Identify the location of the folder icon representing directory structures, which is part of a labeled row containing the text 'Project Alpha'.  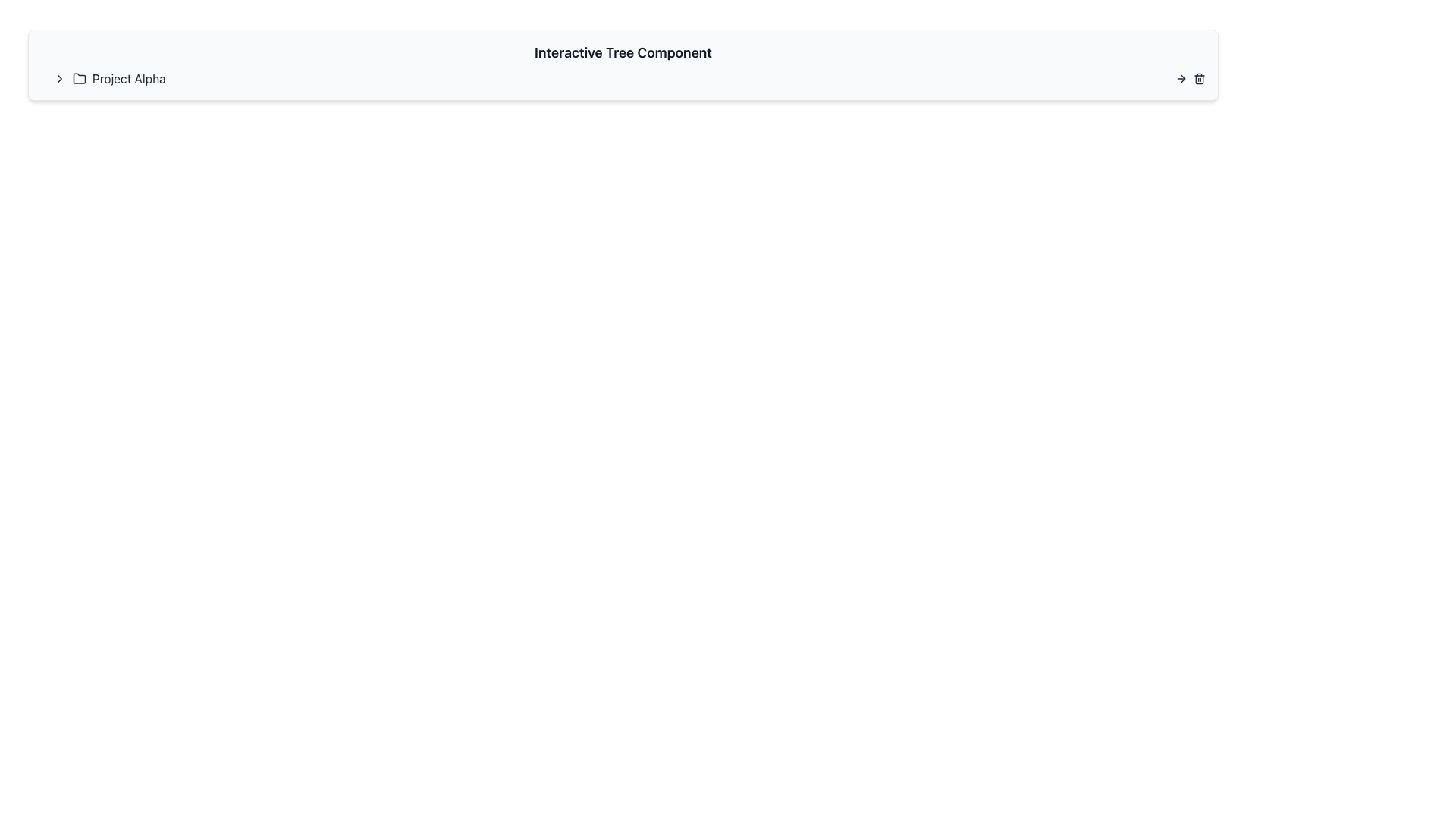
(79, 79).